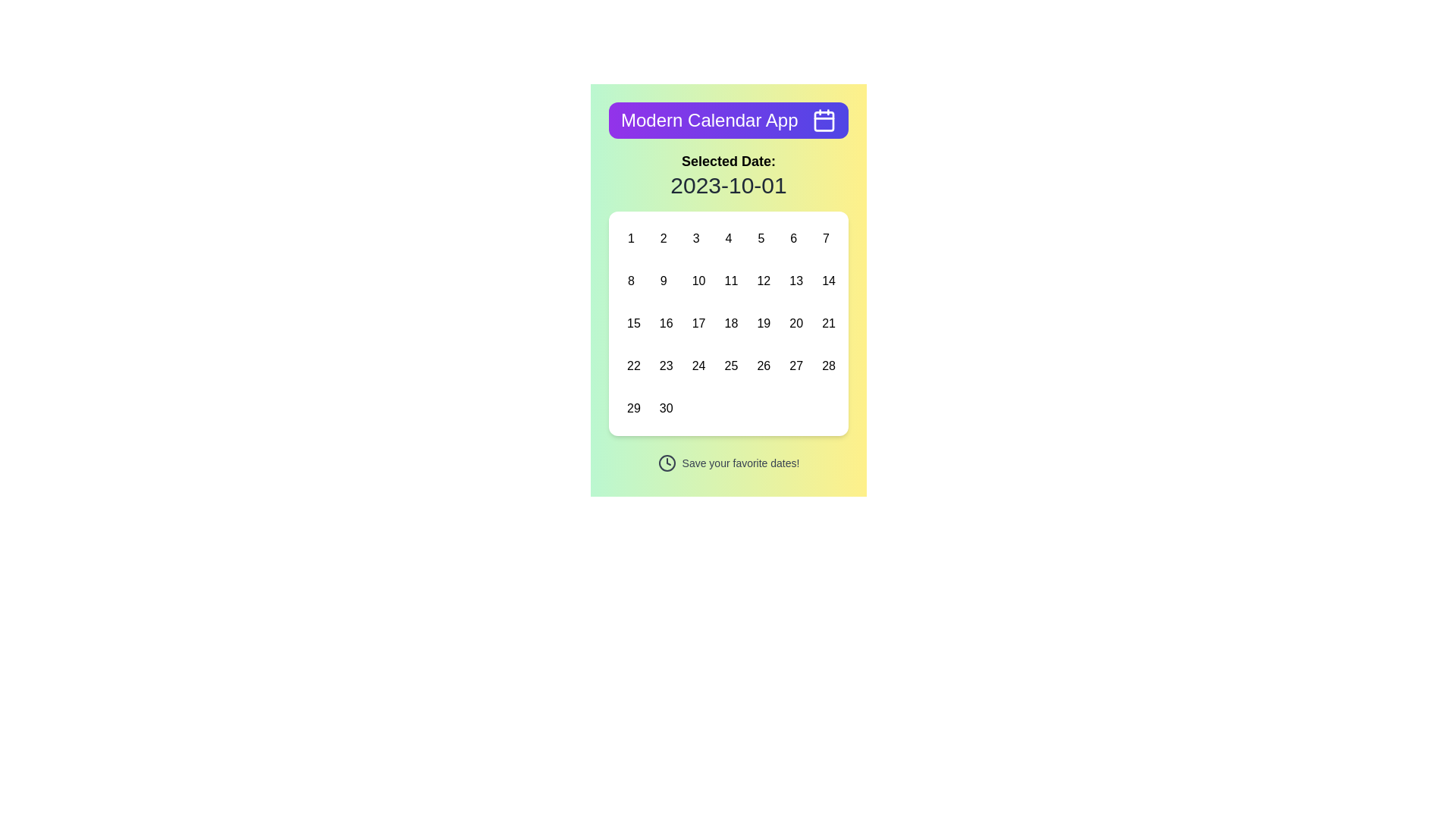 This screenshot has width=1456, height=819. Describe the element at coordinates (667, 462) in the screenshot. I see `the time or schedule icon located to the left of the text 'Save your favorite dates!' in the horizontal flexbox arrangement` at that location.